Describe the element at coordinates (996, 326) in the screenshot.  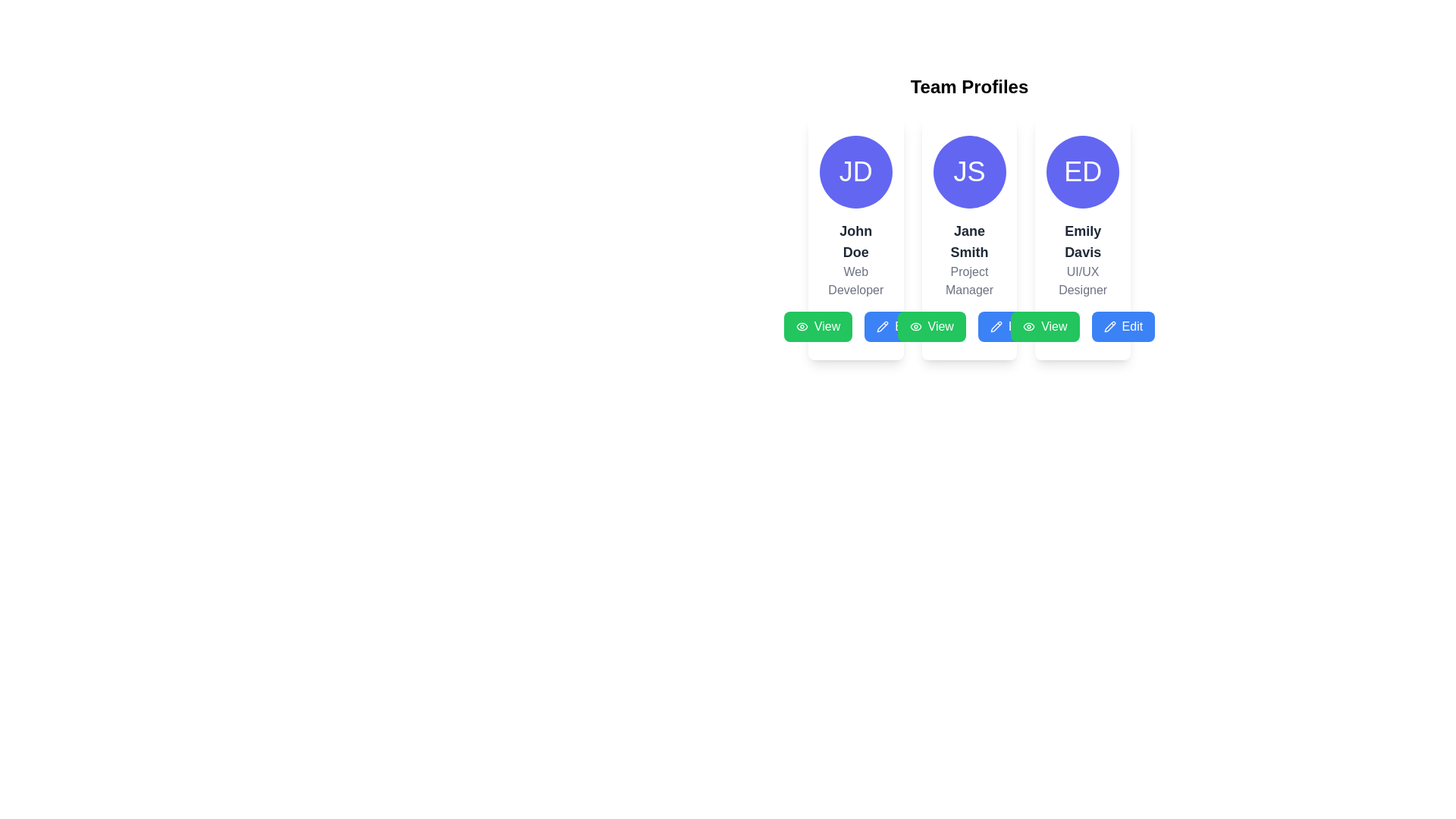
I see `the pencil icon located within the 'Edit' button associated with the profile card of 'Emily Davis'` at that location.